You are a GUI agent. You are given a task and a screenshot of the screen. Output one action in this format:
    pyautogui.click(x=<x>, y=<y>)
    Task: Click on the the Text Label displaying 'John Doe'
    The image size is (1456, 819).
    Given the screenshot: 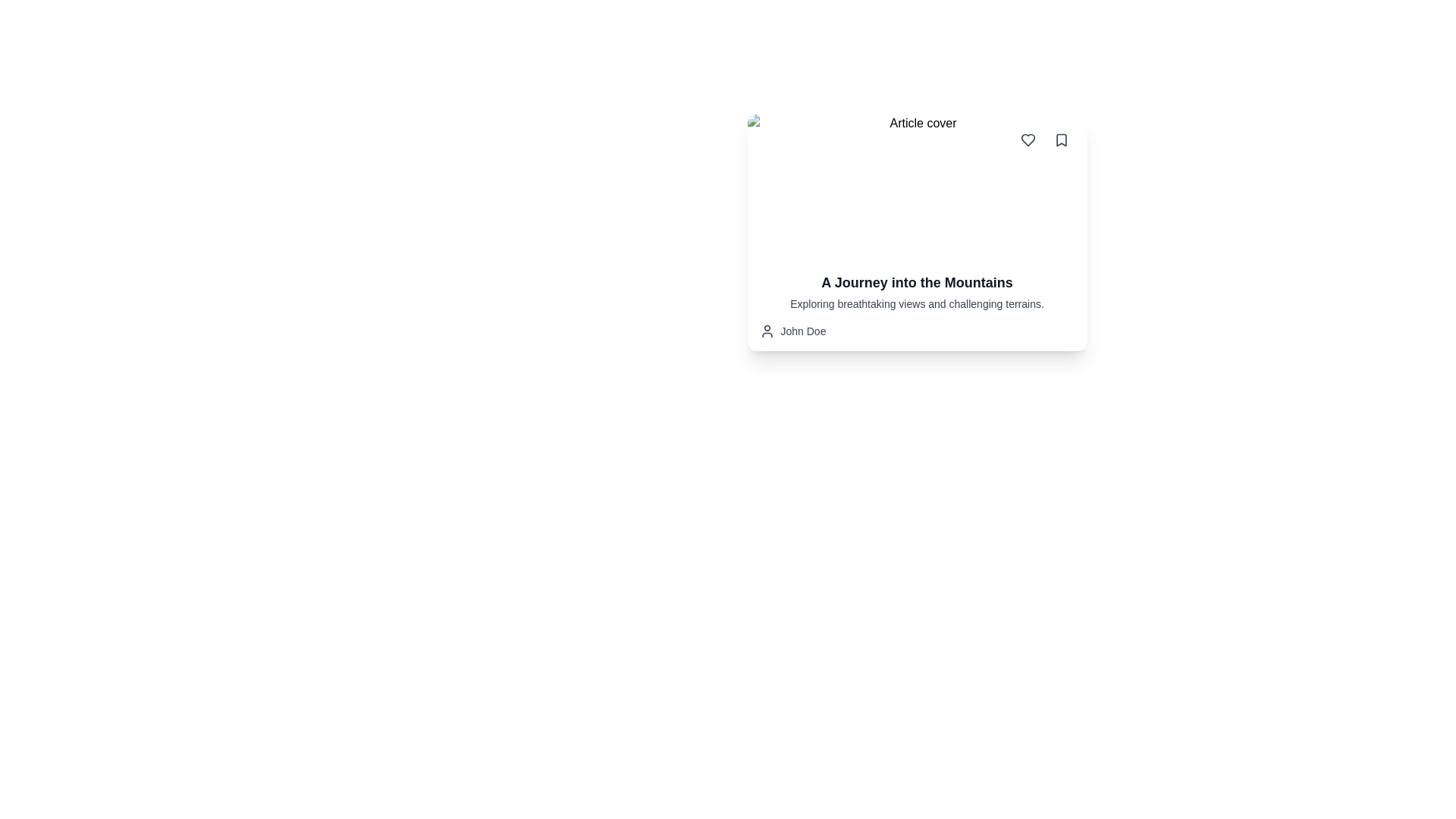 What is the action you would take?
    pyautogui.click(x=802, y=330)
    